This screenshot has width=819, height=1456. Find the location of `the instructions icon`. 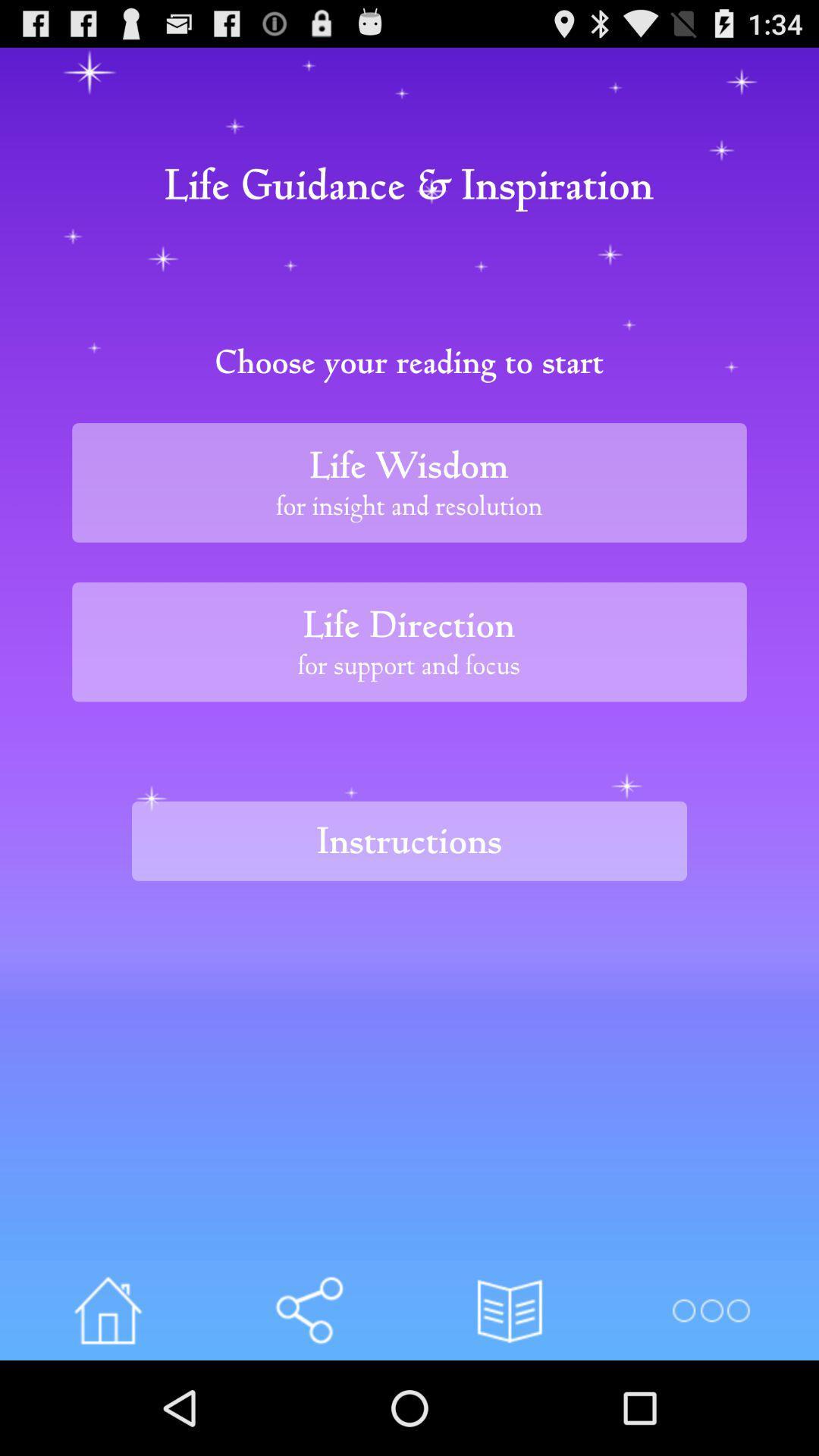

the instructions icon is located at coordinates (409, 840).